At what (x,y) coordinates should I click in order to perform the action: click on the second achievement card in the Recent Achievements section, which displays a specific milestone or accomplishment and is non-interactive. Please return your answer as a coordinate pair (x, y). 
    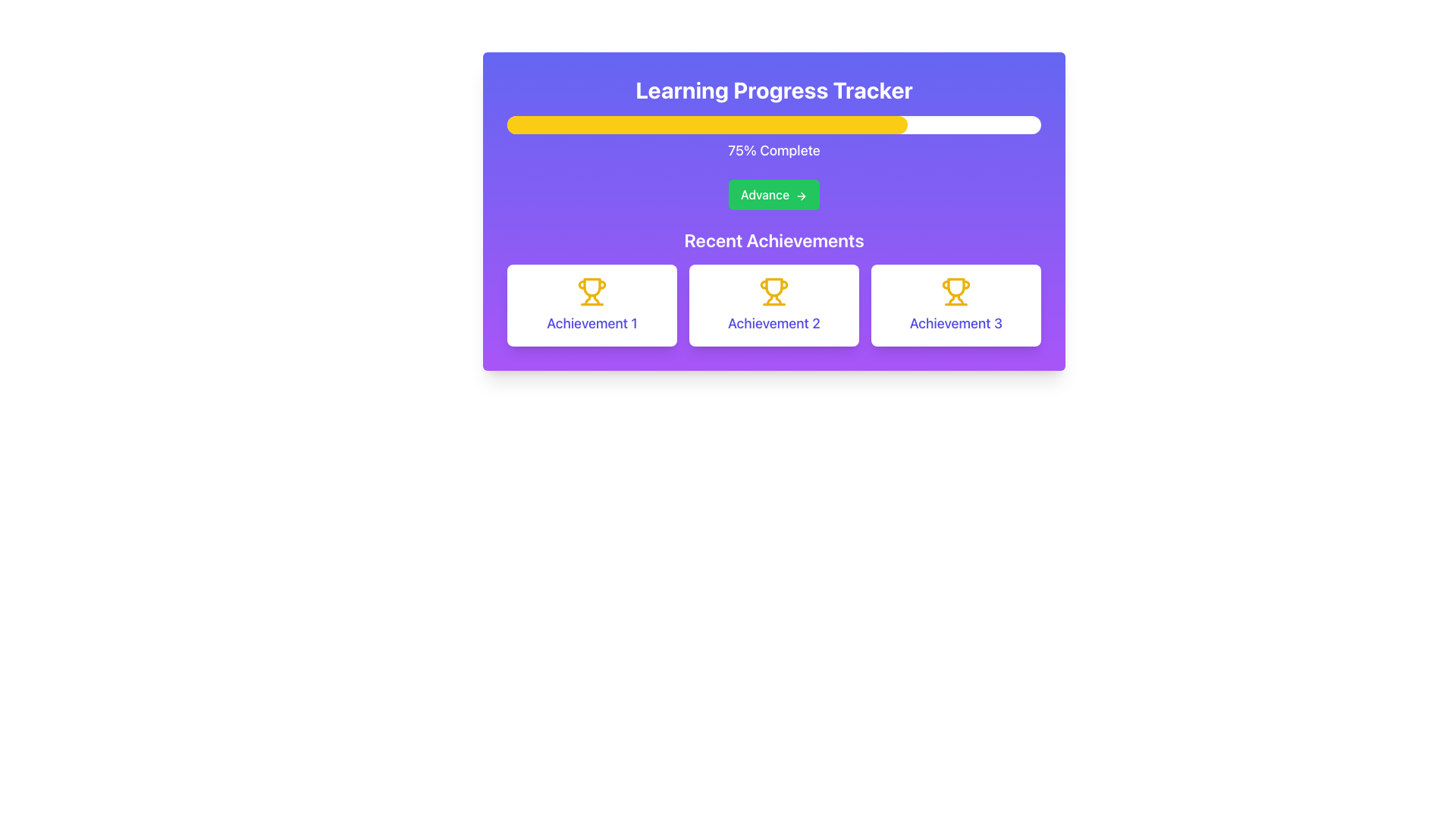
    Looking at the image, I should click on (774, 305).